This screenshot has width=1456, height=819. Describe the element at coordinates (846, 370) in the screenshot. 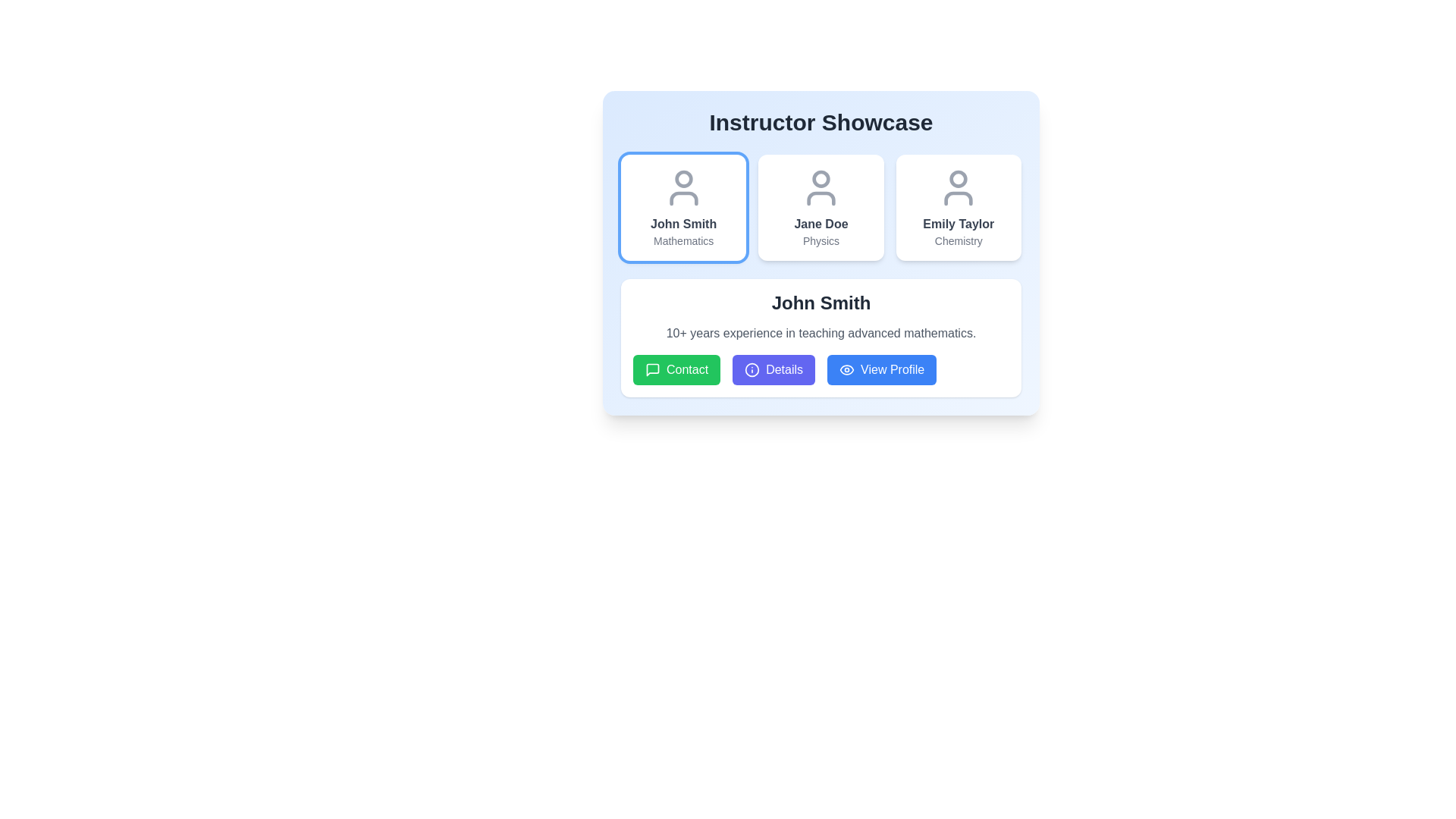

I see `the eye icon within the 'View Profile' button, which is located at the rightmost position among three buttons in the bottom part of the card for instructor 'John Smith'` at that location.